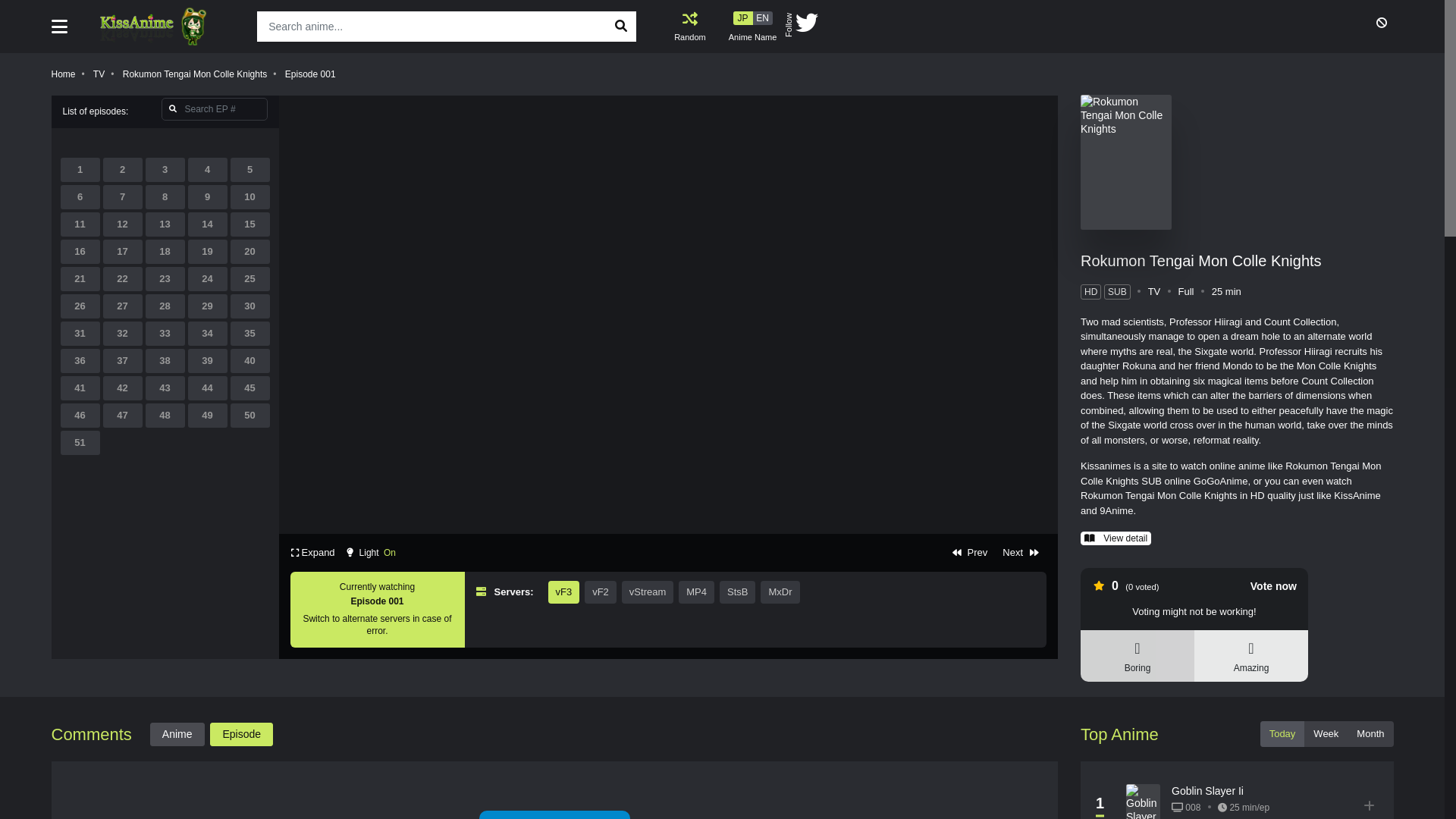 The height and width of the screenshot is (819, 1456). I want to click on 'vF3', so click(563, 591).